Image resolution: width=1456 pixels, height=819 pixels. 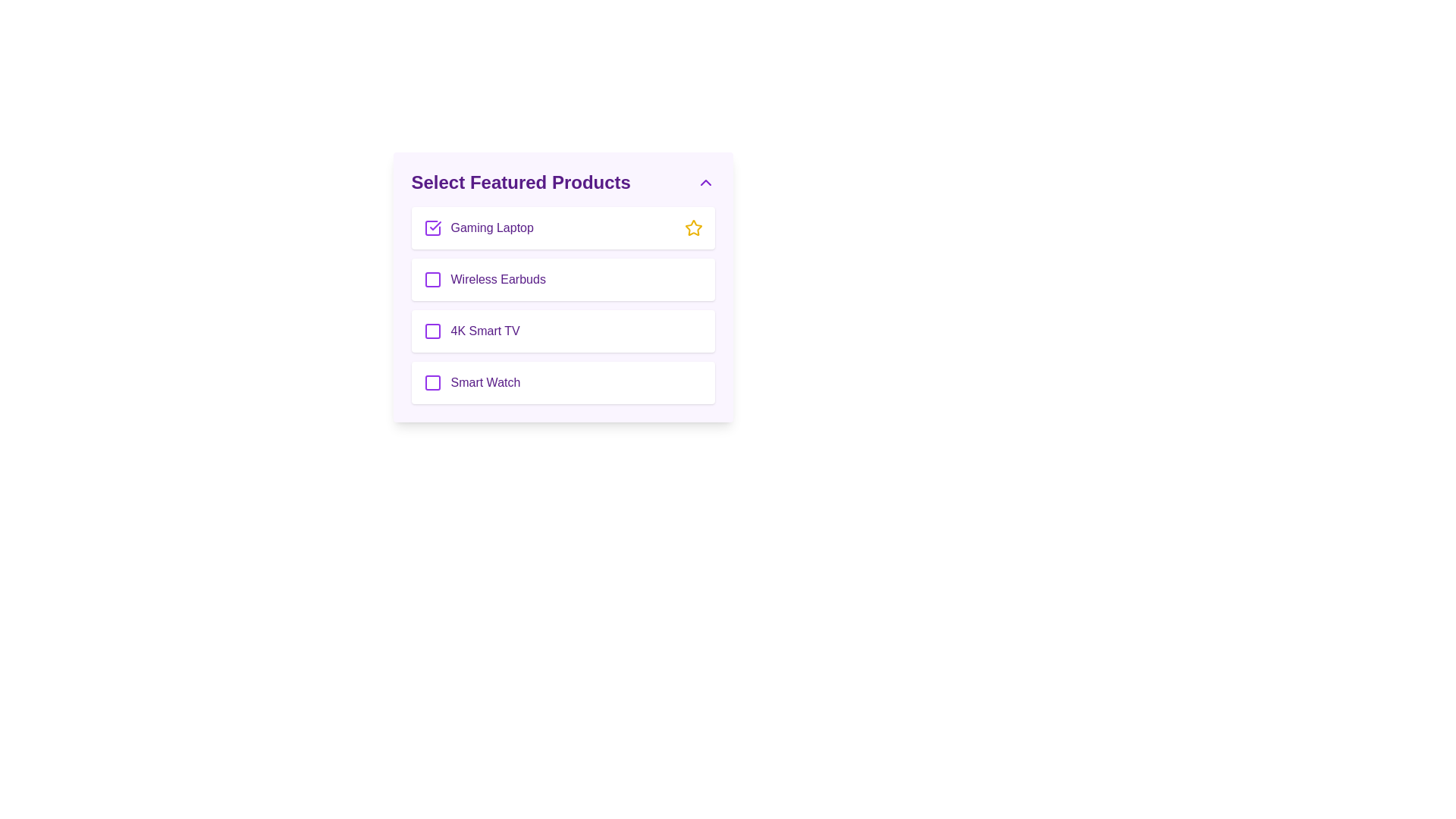 I want to click on text label displaying 'Wireless Earbuds' which is styled in purple, located within a white background card, positioned in the middle of the second card in a vertical list of items, so click(x=498, y=280).